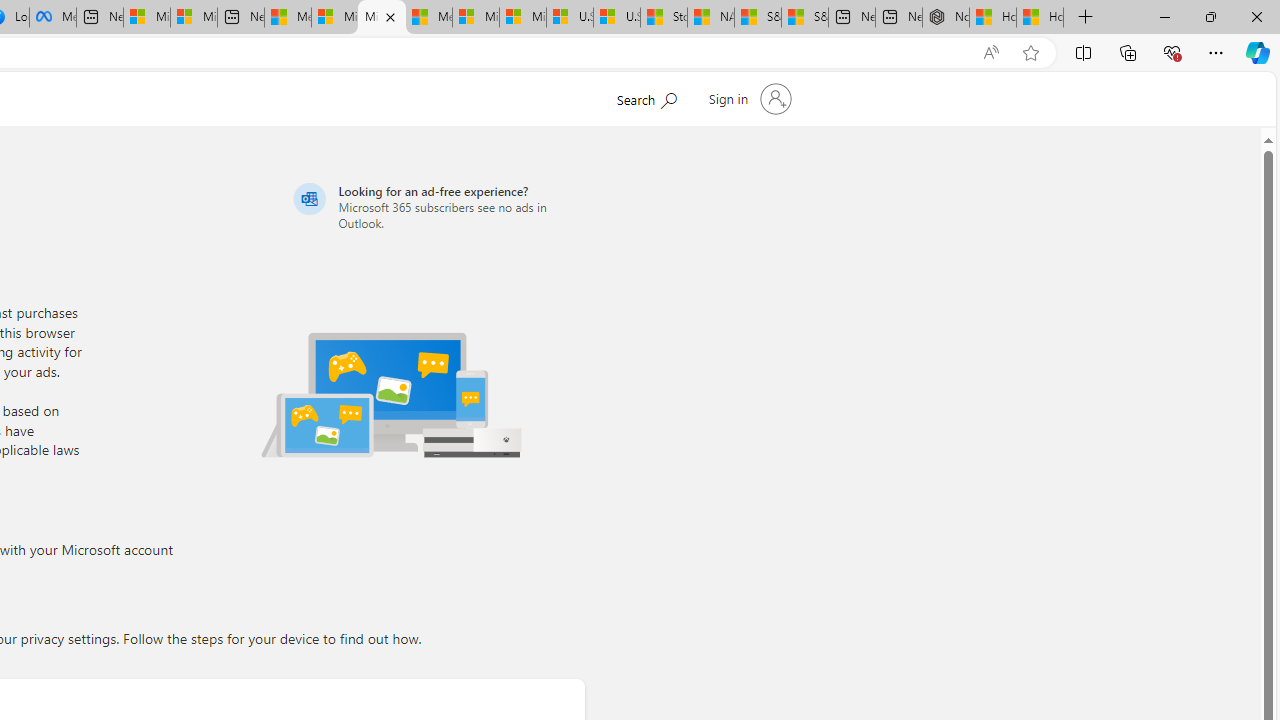  I want to click on 'How to Use a Monitor With Your Closed Laptop', so click(1040, 17).